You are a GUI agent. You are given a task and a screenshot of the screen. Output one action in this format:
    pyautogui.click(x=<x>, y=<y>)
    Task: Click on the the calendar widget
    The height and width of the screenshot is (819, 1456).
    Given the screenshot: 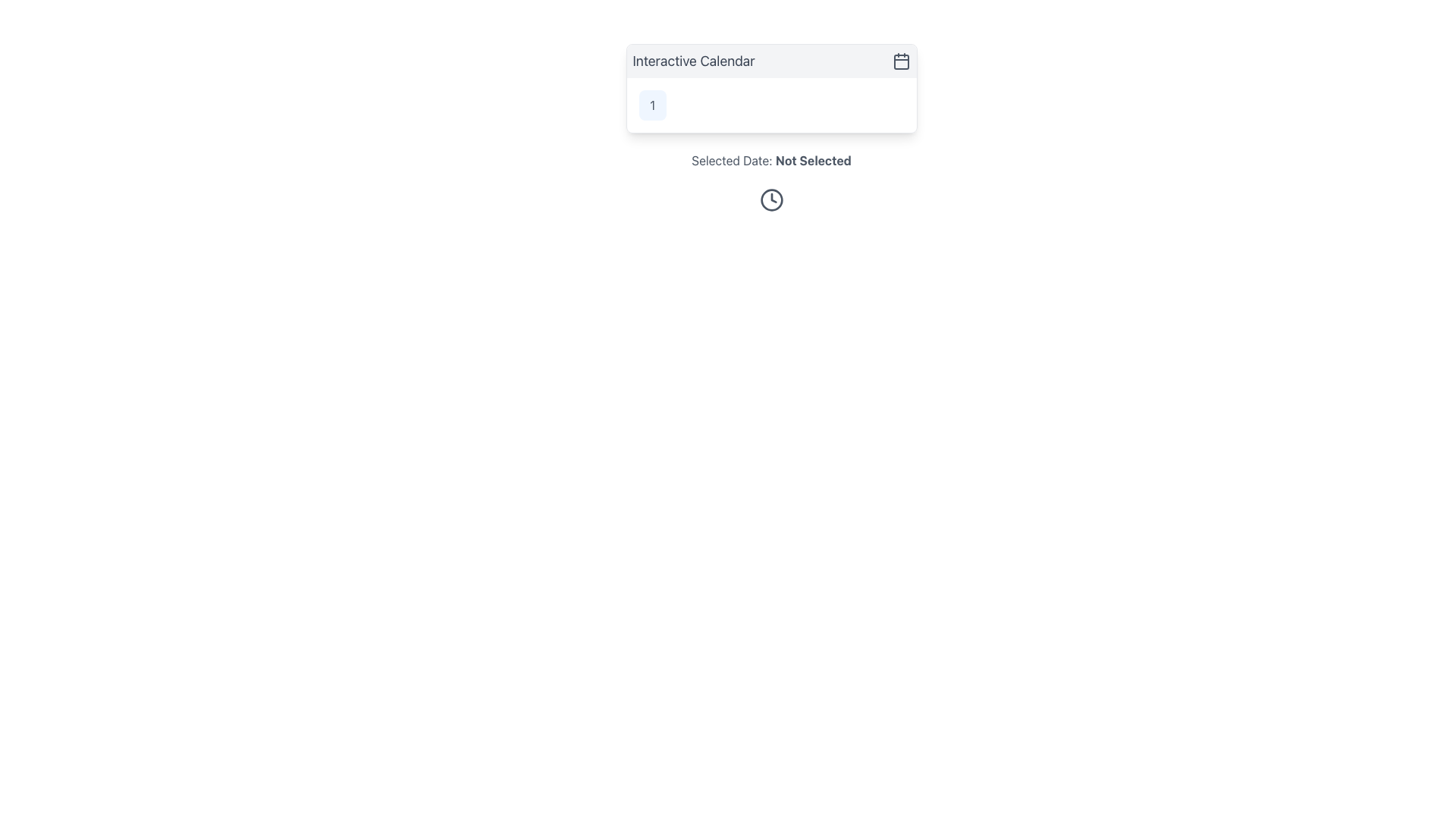 What is the action you would take?
    pyautogui.click(x=771, y=88)
    